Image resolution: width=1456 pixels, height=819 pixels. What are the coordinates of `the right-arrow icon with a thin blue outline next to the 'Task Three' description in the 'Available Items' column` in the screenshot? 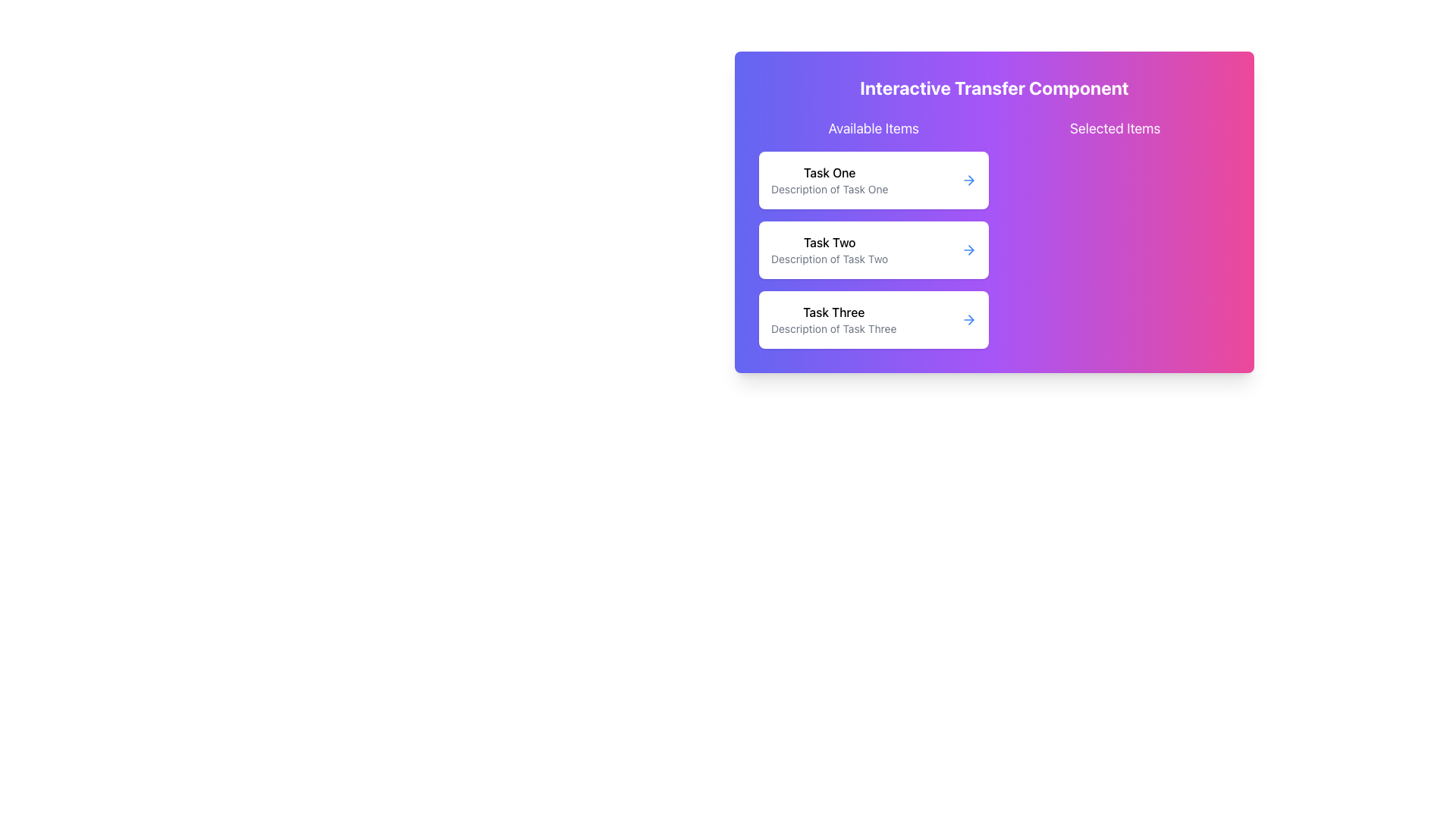 It's located at (968, 318).